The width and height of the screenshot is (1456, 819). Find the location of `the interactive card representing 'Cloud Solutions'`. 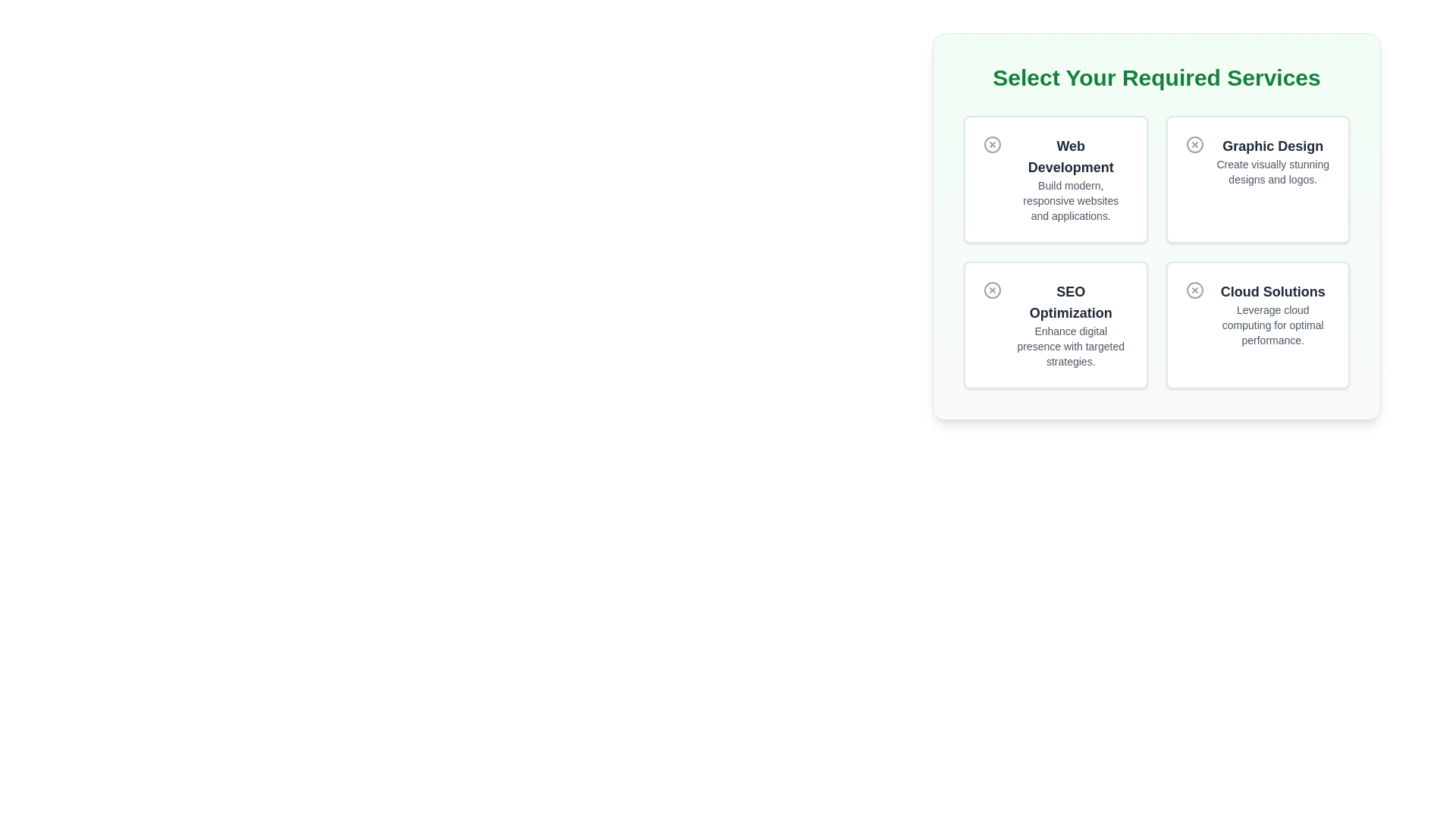

the interactive card representing 'Cloud Solutions' is located at coordinates (1257, 324).